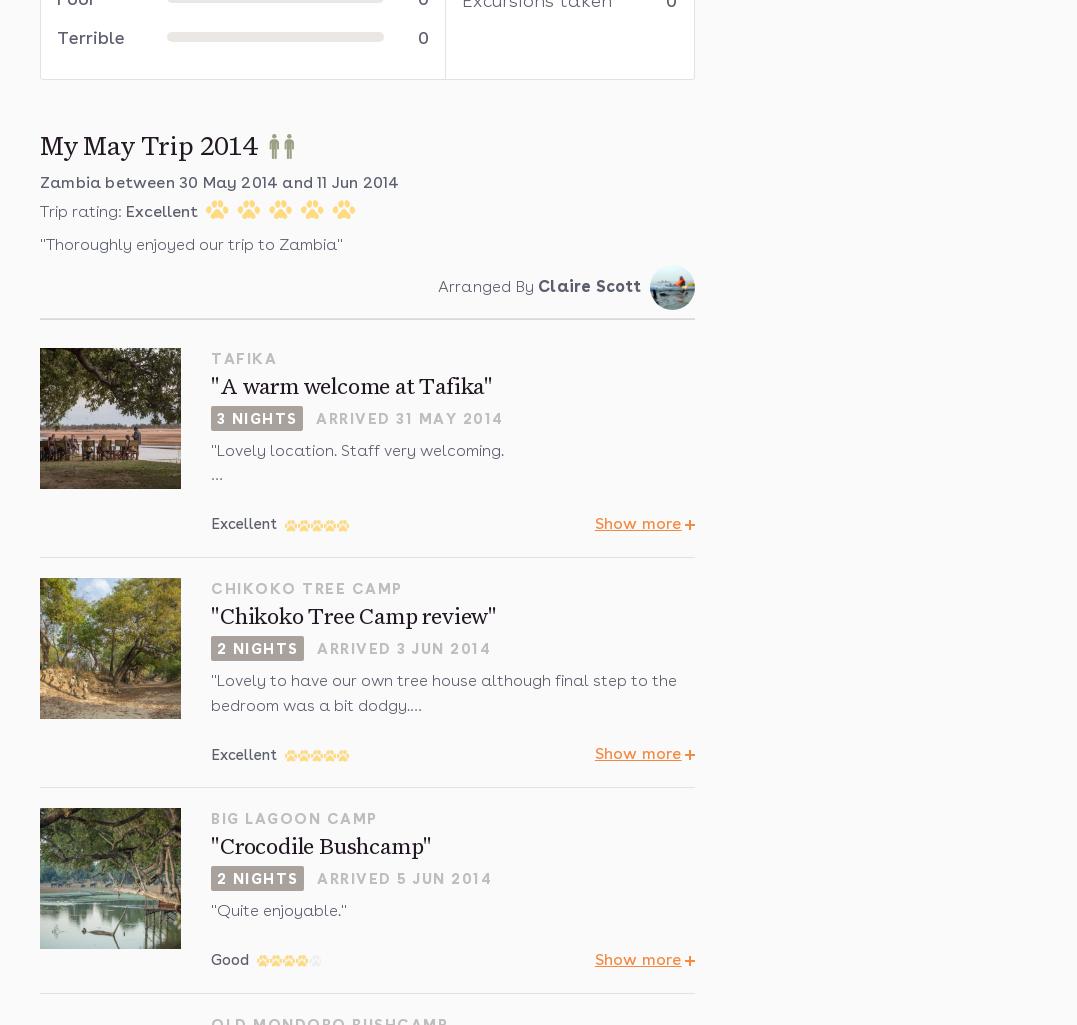  Describe the element at coordinates (278, 909) in the screenshot. I see `'"Quite enjoyable."'` at that location.